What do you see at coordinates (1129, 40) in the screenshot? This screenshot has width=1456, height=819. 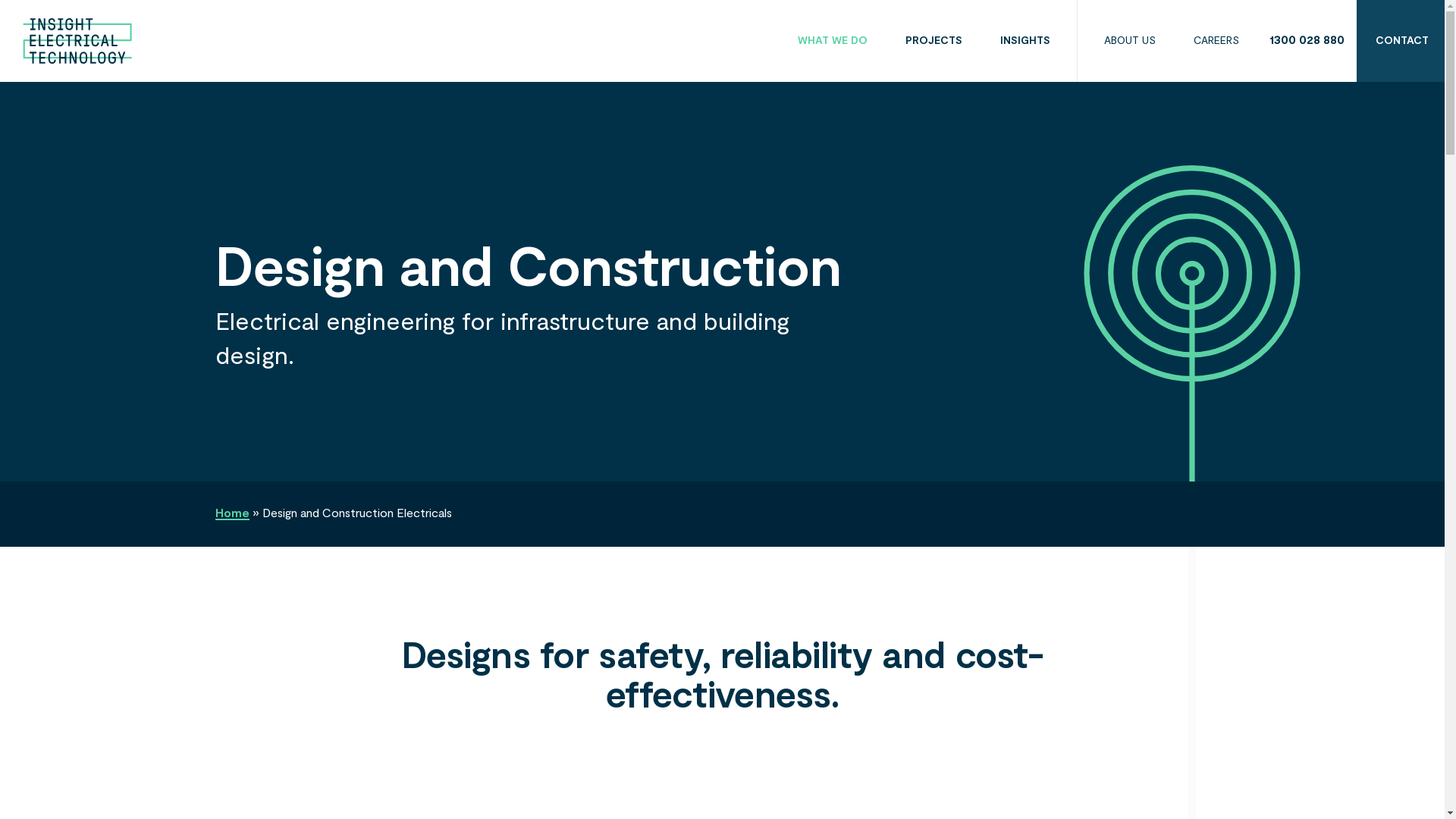 I see `'ABOUT US'` at bounding box center [1129, 40].